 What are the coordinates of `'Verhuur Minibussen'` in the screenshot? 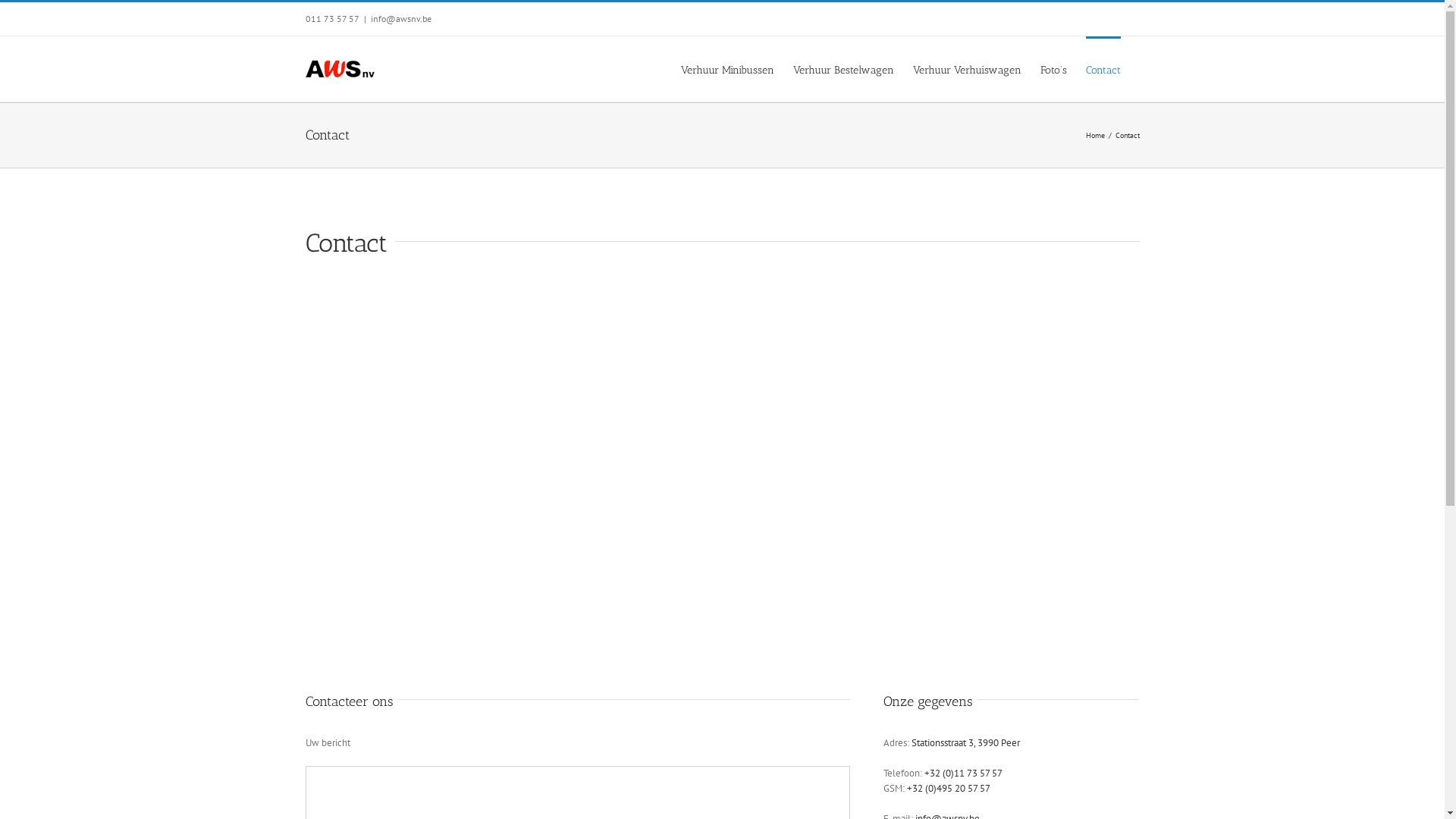 It's located at (726, 69).